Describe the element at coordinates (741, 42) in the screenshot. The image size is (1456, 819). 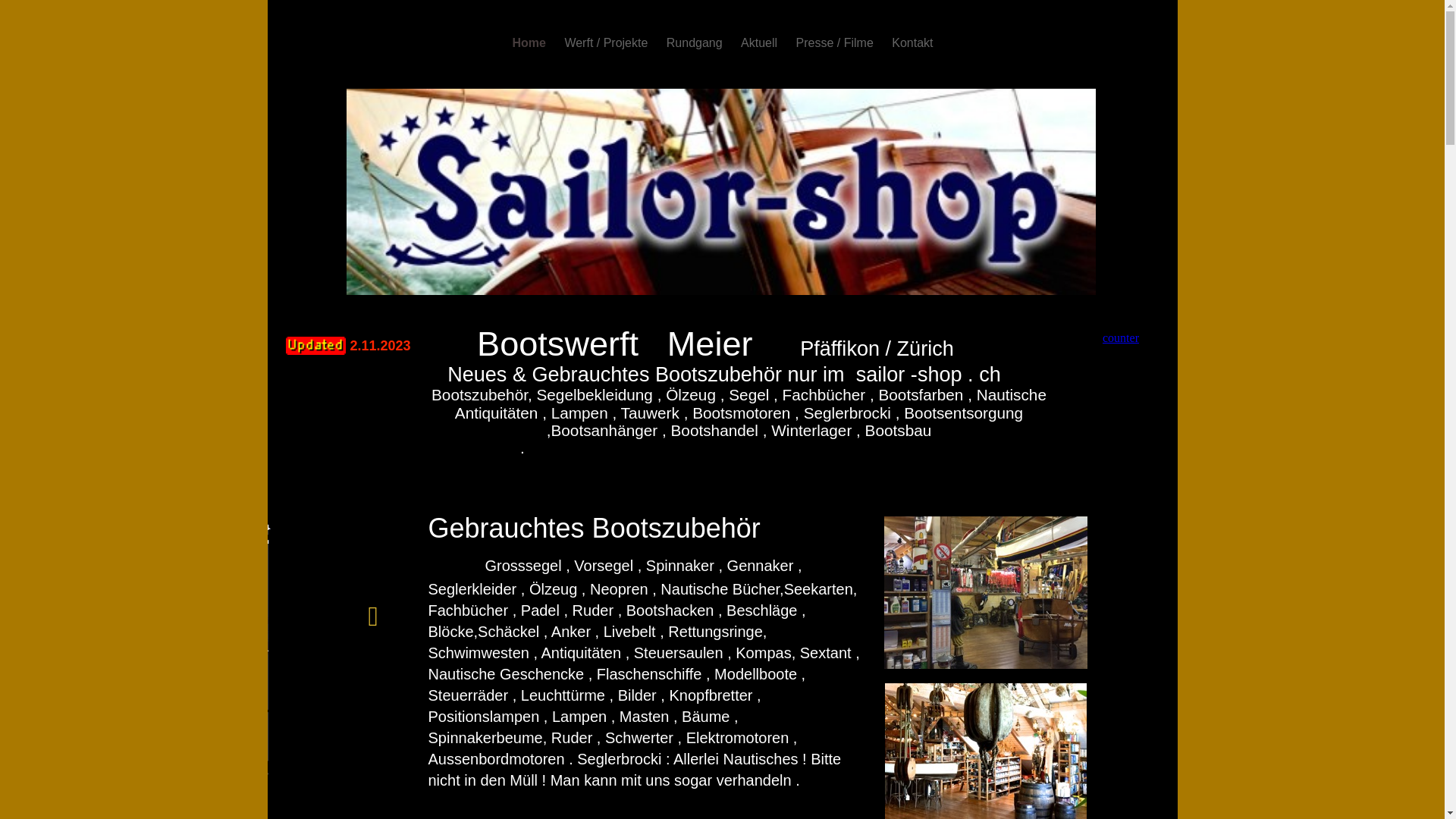
I see `'Aktuell'` at that location.